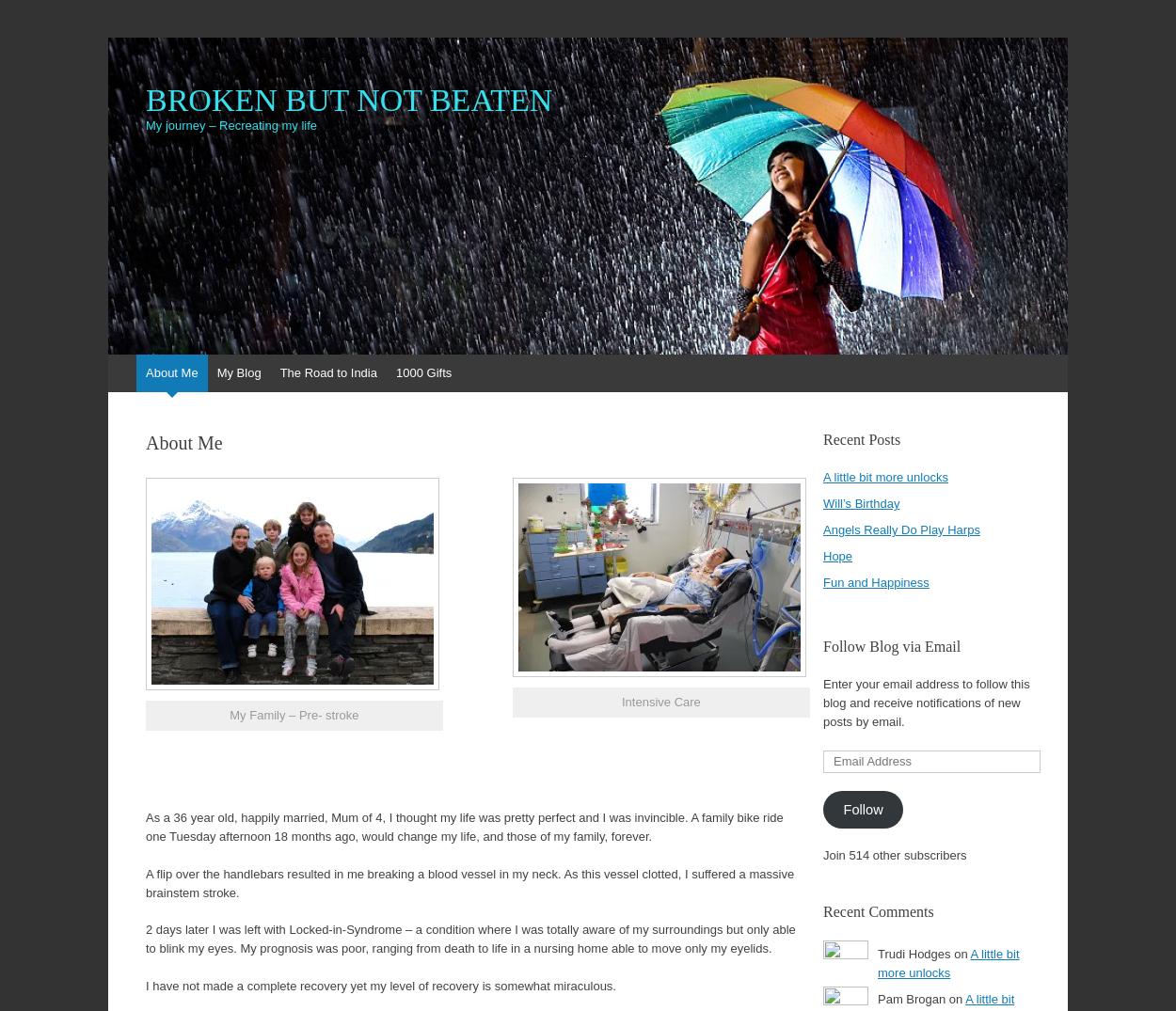  Describe the element at coordinates (146, 938) in the screenshot. I see `'2 days later I was left with Locked-in-Syndrome – a condition where I was totally aware of my surroundings but only able to blink my eyes. My prognosis was poor, ranging from death to life in a nursing home able to move only my eyelids.'` at that location.